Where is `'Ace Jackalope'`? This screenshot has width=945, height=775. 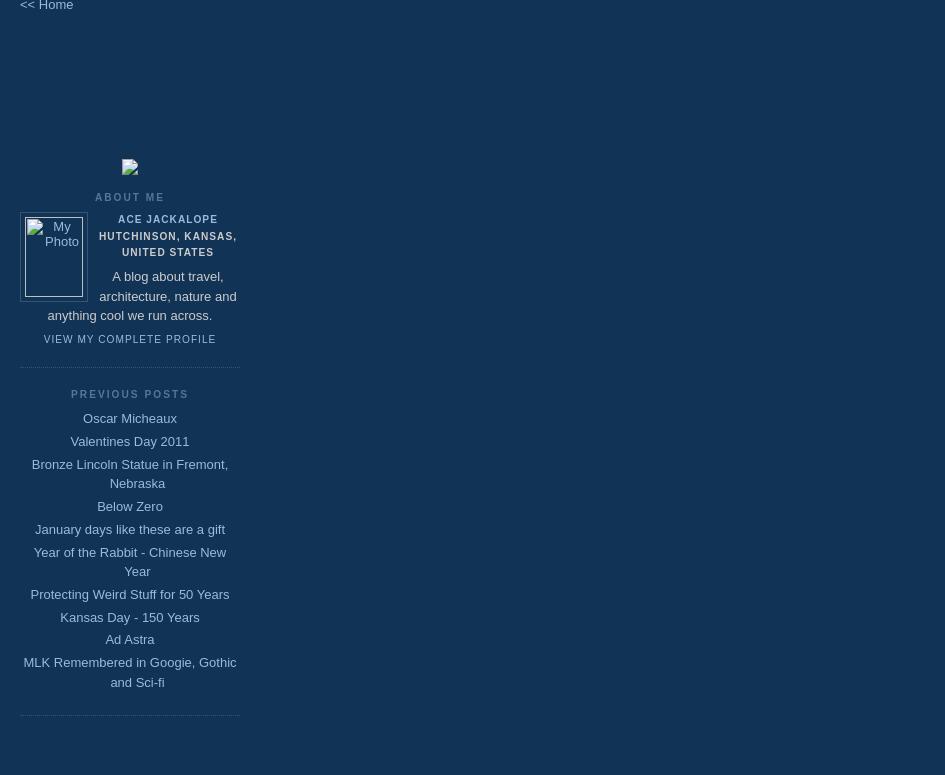 'Ace Jackalope' is located at coordinates (167, 218).